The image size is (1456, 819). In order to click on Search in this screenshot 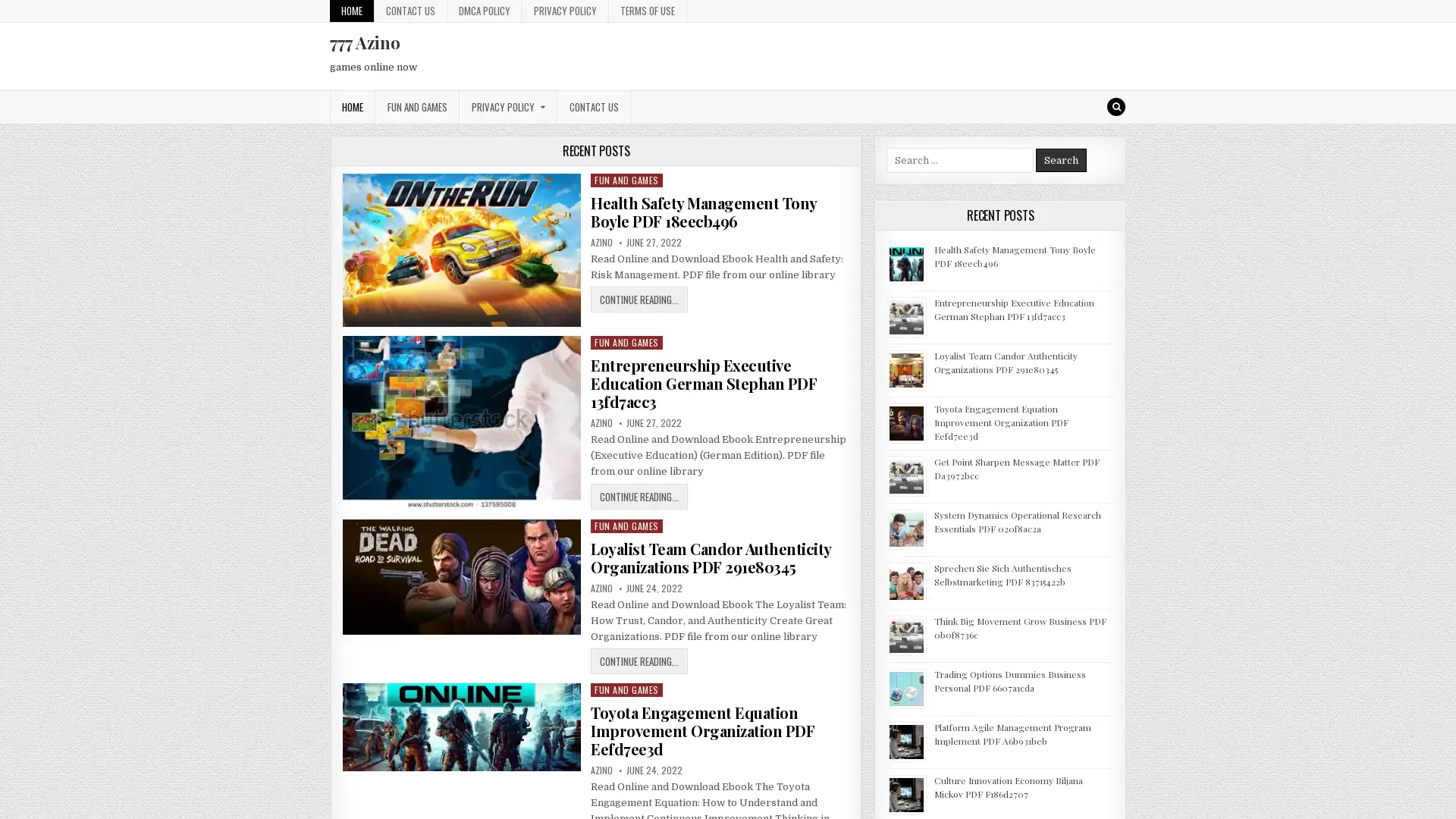, I will do `click(1060, 160)`.